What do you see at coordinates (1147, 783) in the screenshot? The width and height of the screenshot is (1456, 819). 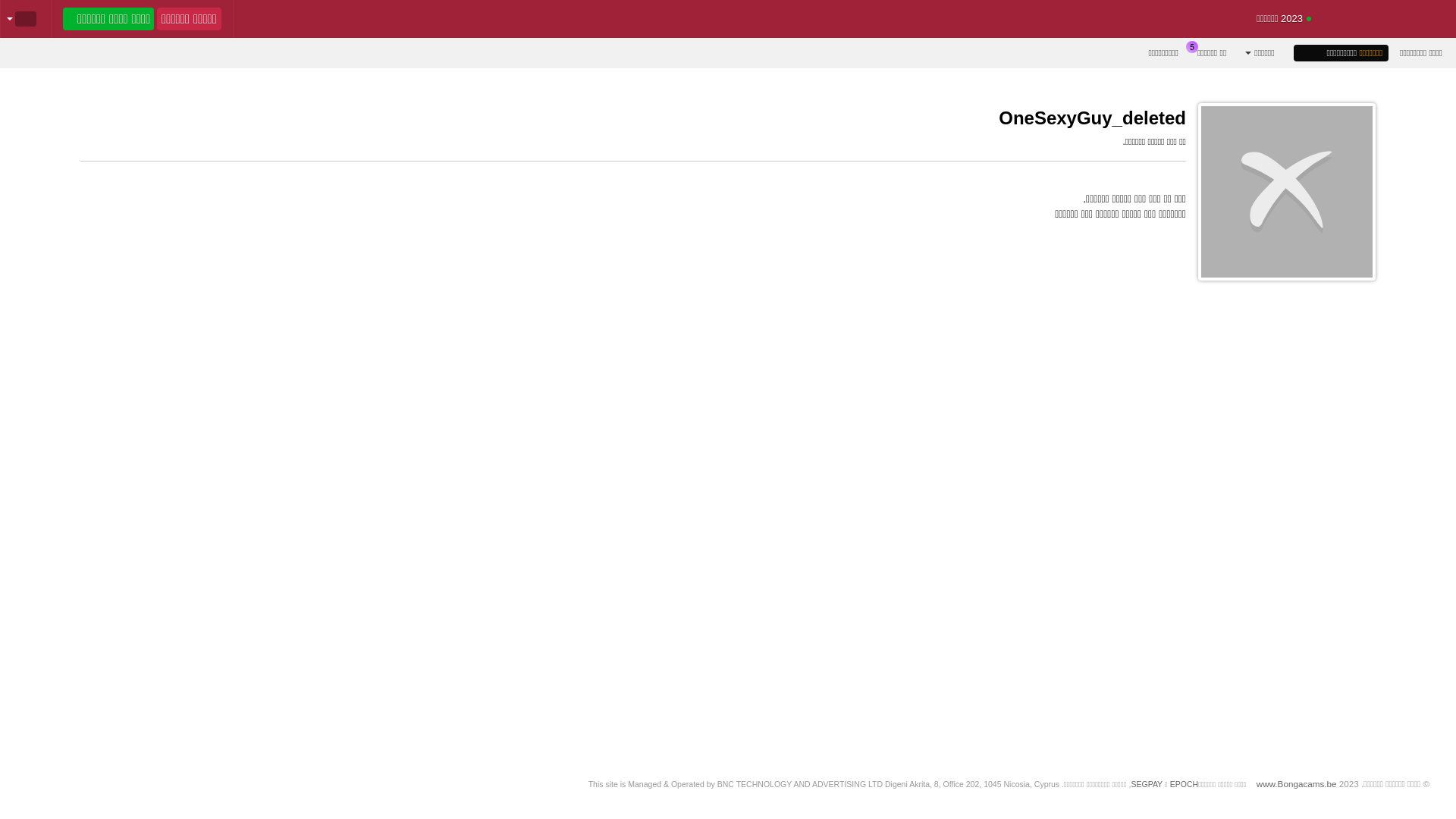 I see `'SEGPAY'` at bounding box center [1147, 783].